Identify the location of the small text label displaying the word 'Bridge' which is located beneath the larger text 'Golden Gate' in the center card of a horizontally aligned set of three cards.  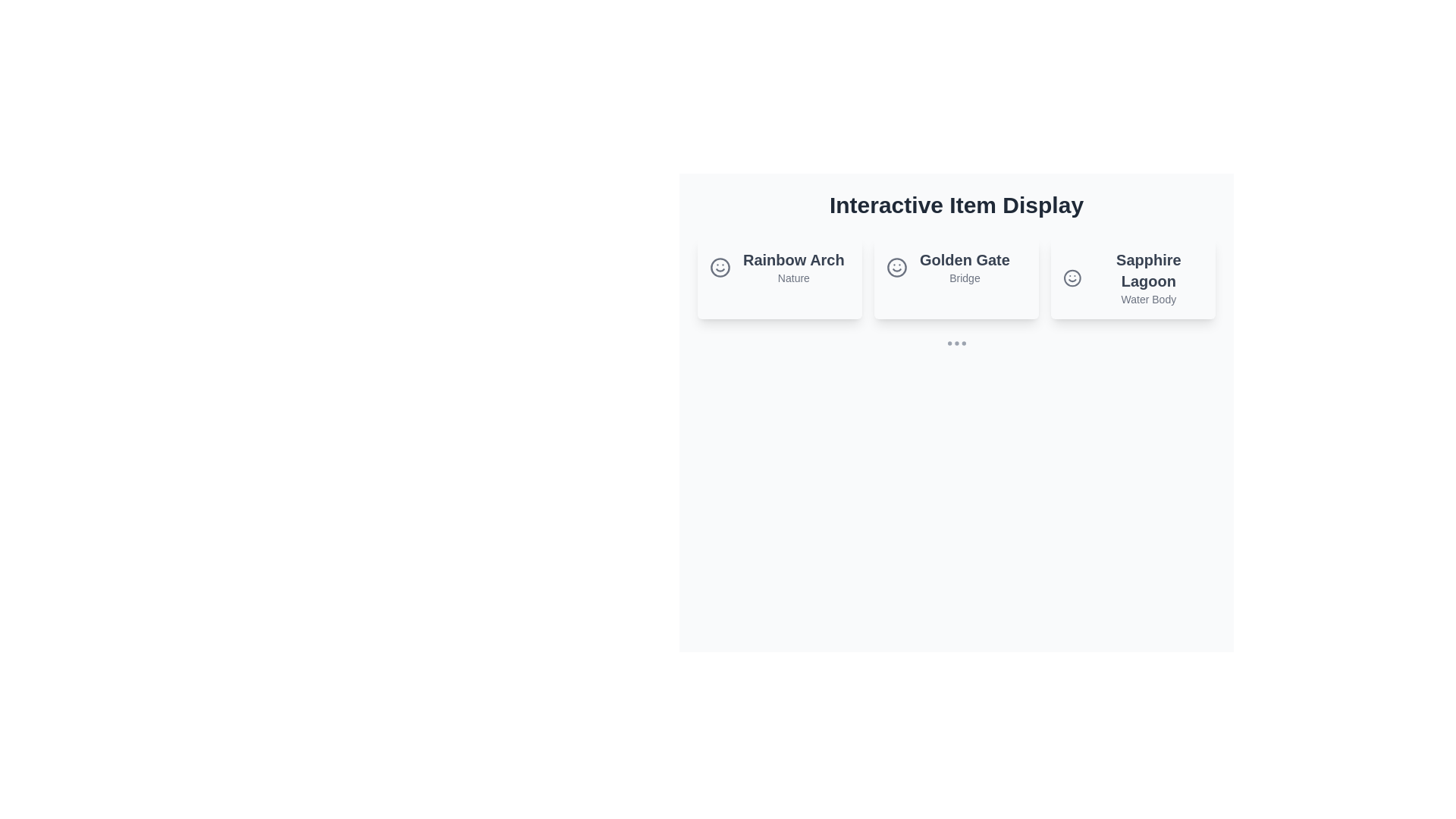
(964, 278).